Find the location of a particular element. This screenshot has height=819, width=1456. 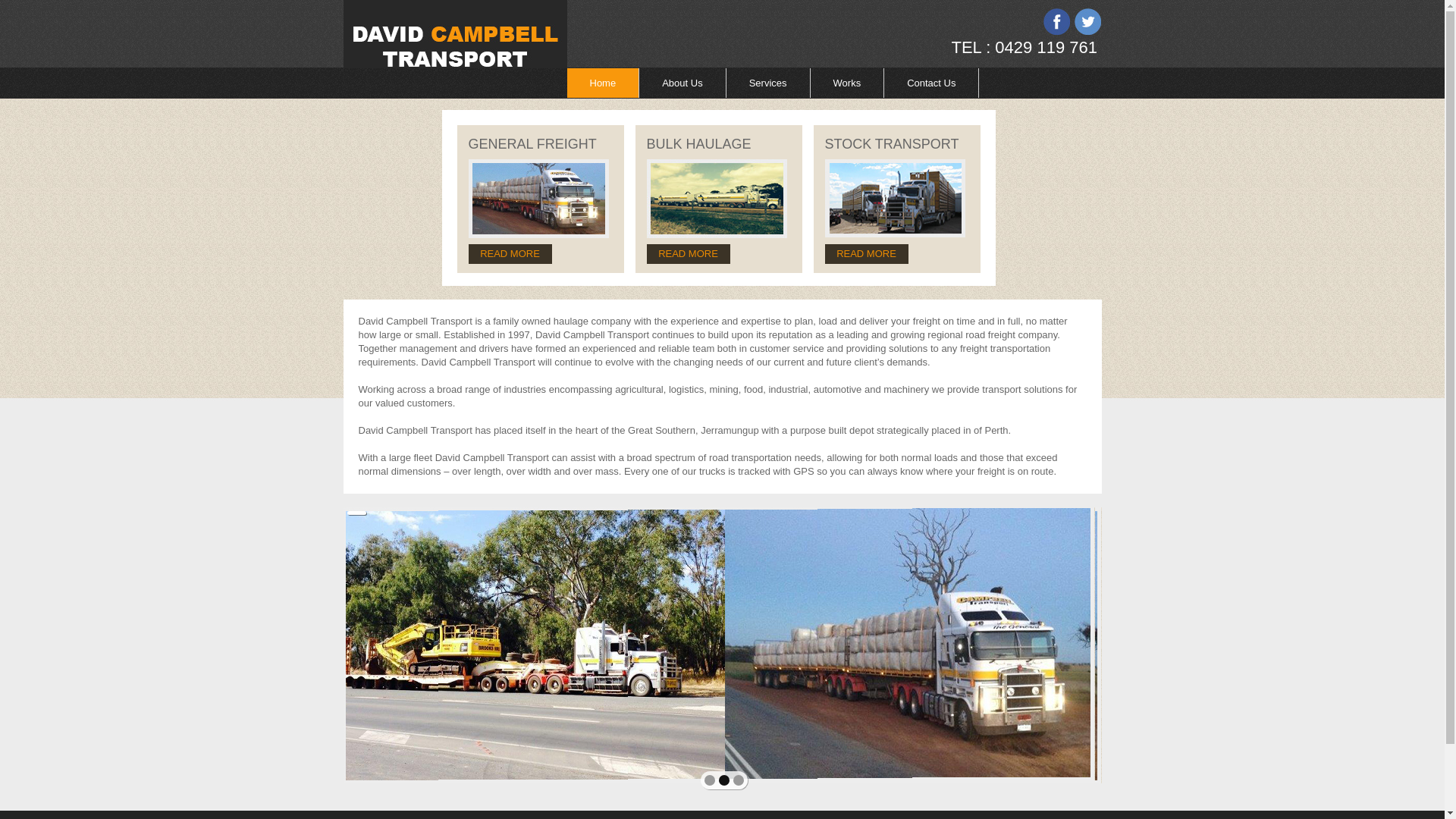

'READ MORE' is located at coordinates (645, 253).